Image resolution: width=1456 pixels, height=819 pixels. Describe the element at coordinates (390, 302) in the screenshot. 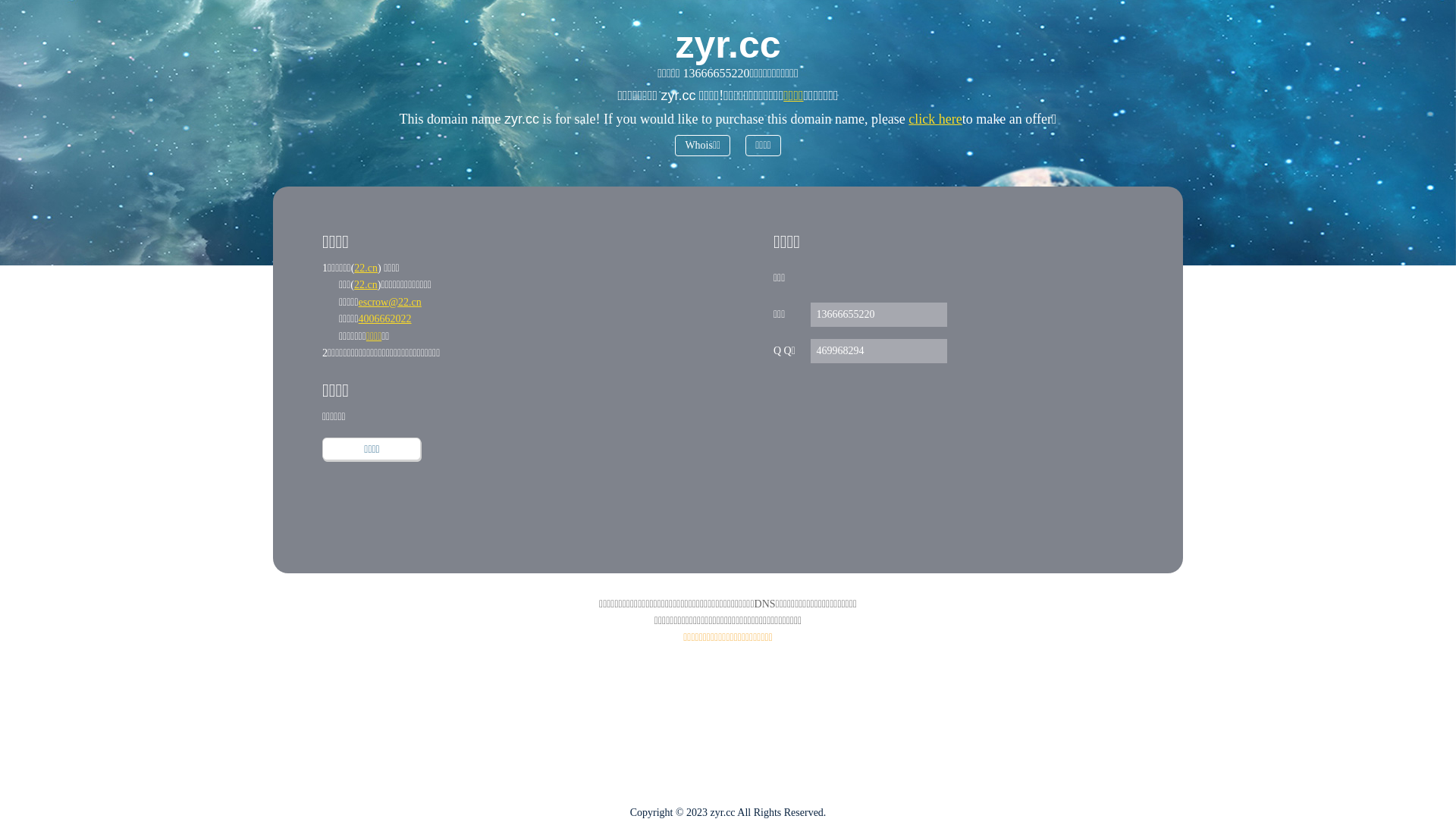

I see `'escrow@22.cn'` at that location.